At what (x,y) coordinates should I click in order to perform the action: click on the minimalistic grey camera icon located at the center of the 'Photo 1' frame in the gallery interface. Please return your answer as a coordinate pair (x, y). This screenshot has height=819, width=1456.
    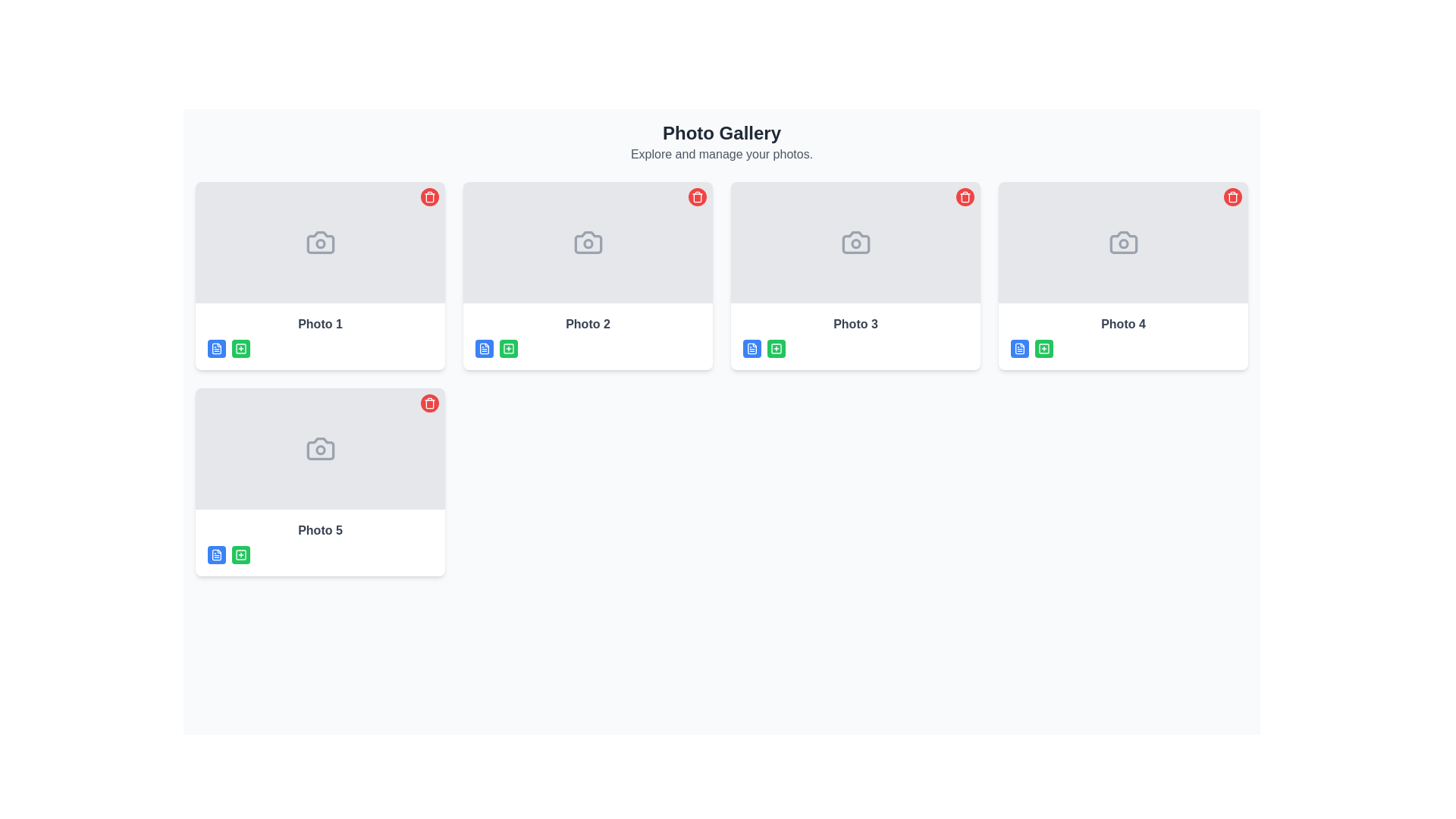
    Looking at the image, I should click on (319, 242).